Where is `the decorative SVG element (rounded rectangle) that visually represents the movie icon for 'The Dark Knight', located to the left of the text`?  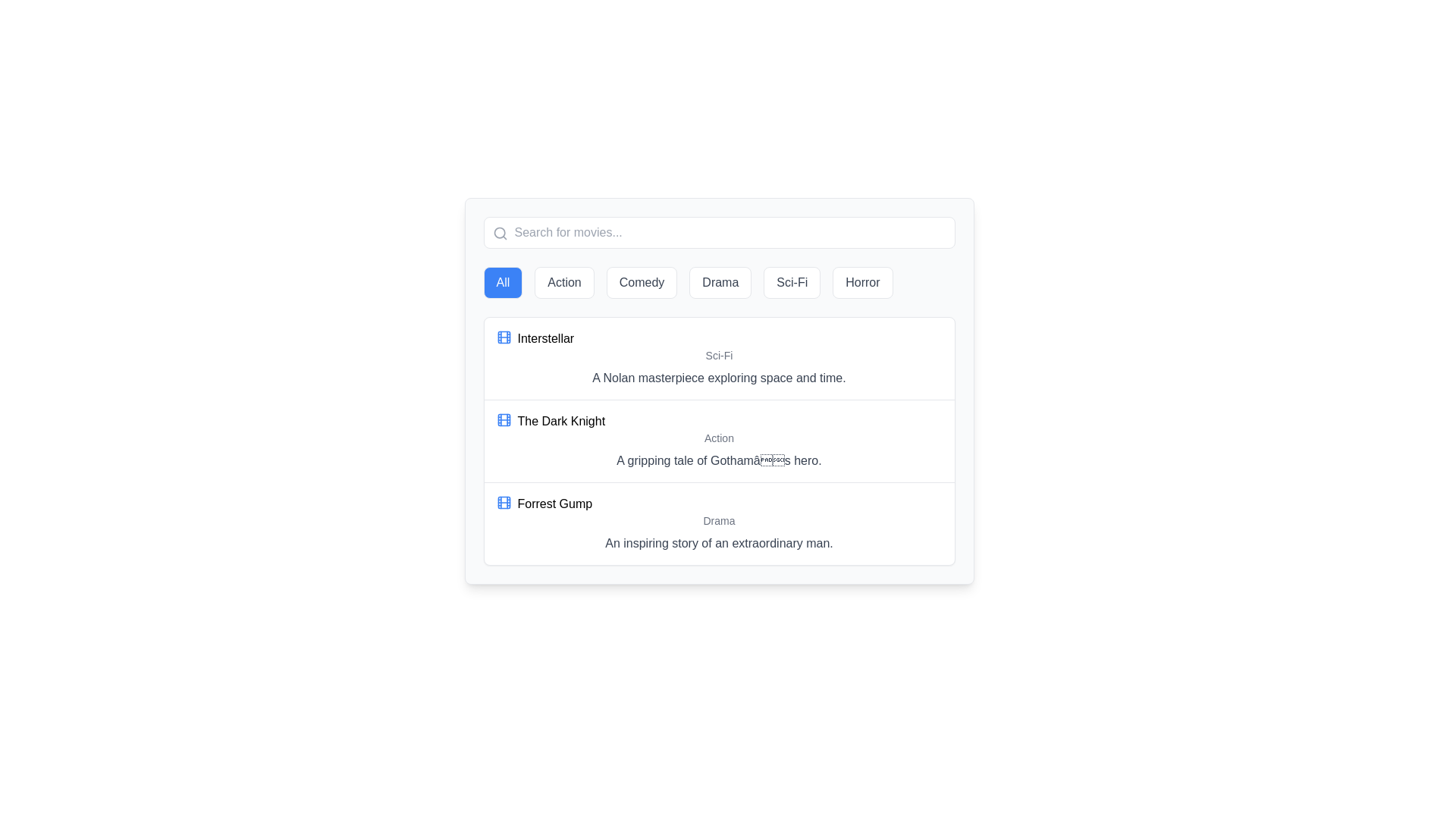
the decorative SVG element (rounded rectangle) that visually represents the movie icon for 'The Dark Knight', located to the left of the text is located at coordinates (504, 420).